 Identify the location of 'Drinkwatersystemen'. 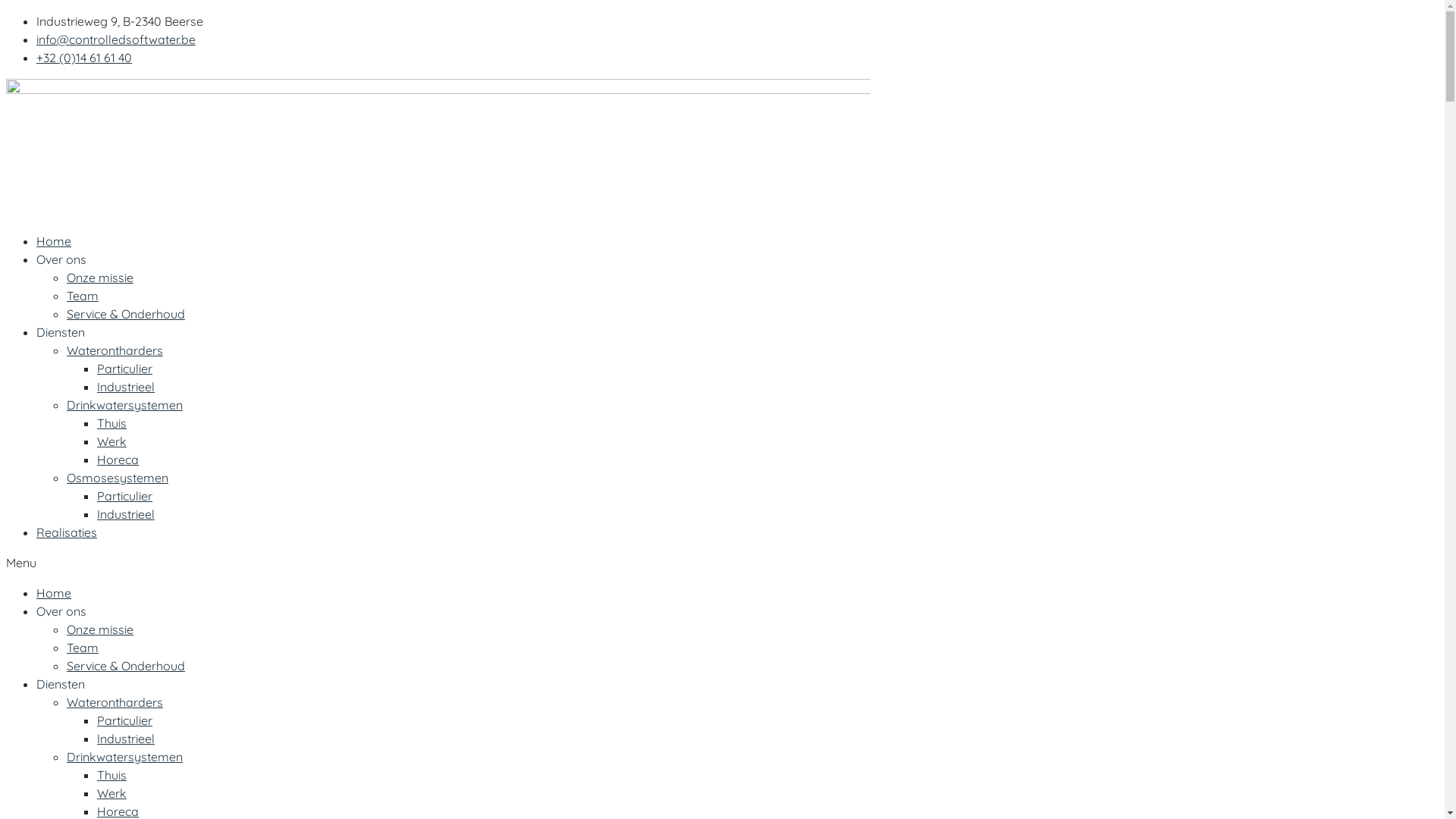
(124, 757).